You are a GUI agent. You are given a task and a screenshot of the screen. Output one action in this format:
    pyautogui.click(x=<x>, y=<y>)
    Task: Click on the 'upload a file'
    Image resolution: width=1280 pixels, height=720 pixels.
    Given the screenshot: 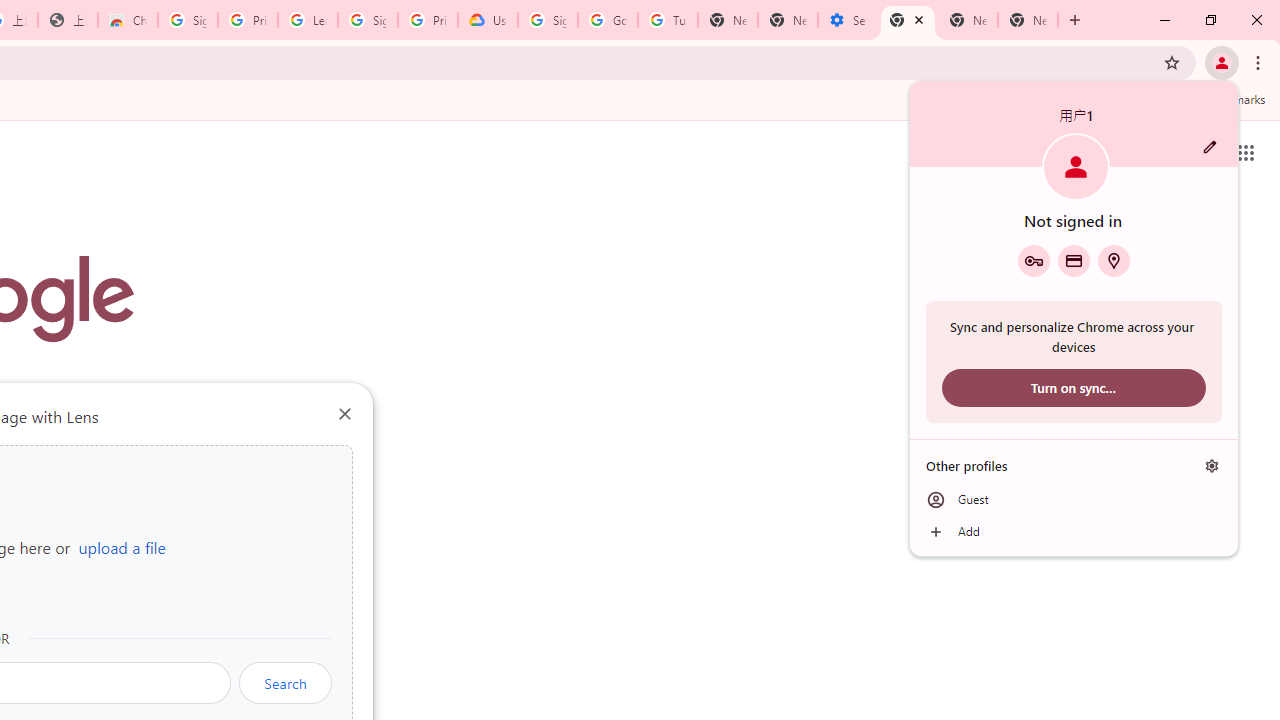 What is the action you would take?
    pyautogui.click(x=121, y=547)
    